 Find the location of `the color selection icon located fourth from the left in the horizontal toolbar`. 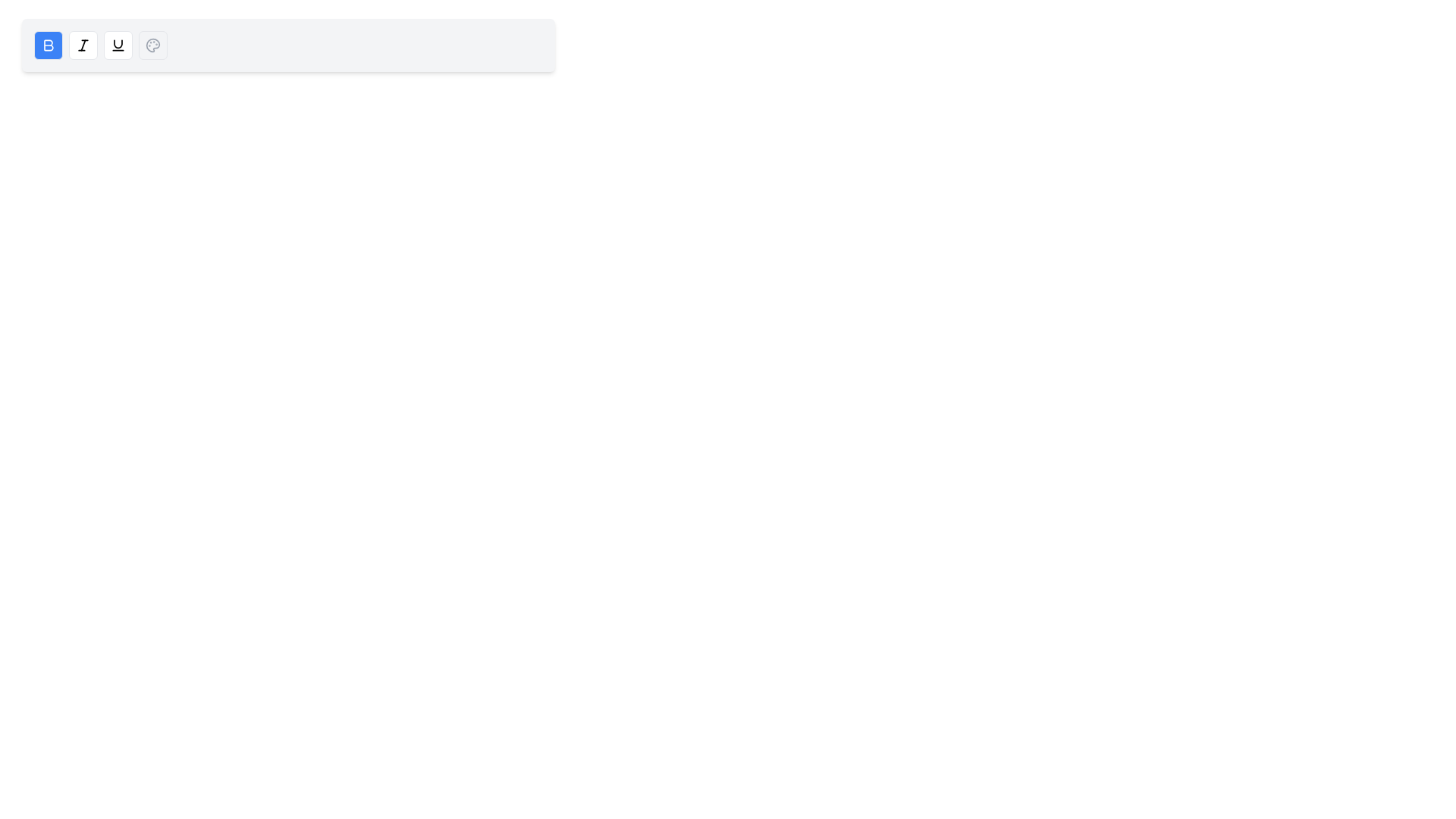

the color selection icon located fourth from the left in the horizontal toolbar is located at coordinates (152, 45).